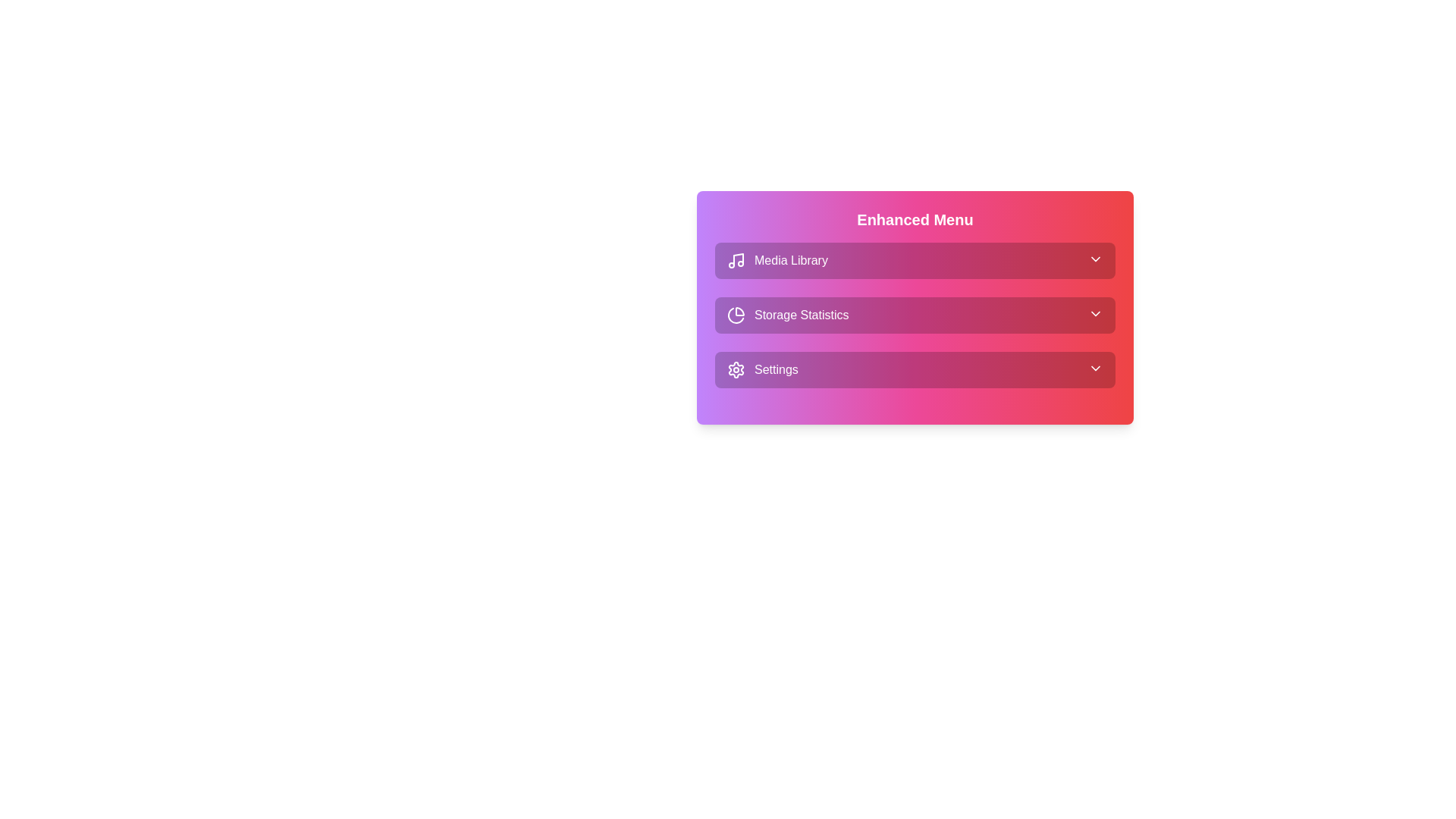  I want to click on the Chevron Icon located on the far right side of the 'Storage Statistics' panel, so click(1095, 312).